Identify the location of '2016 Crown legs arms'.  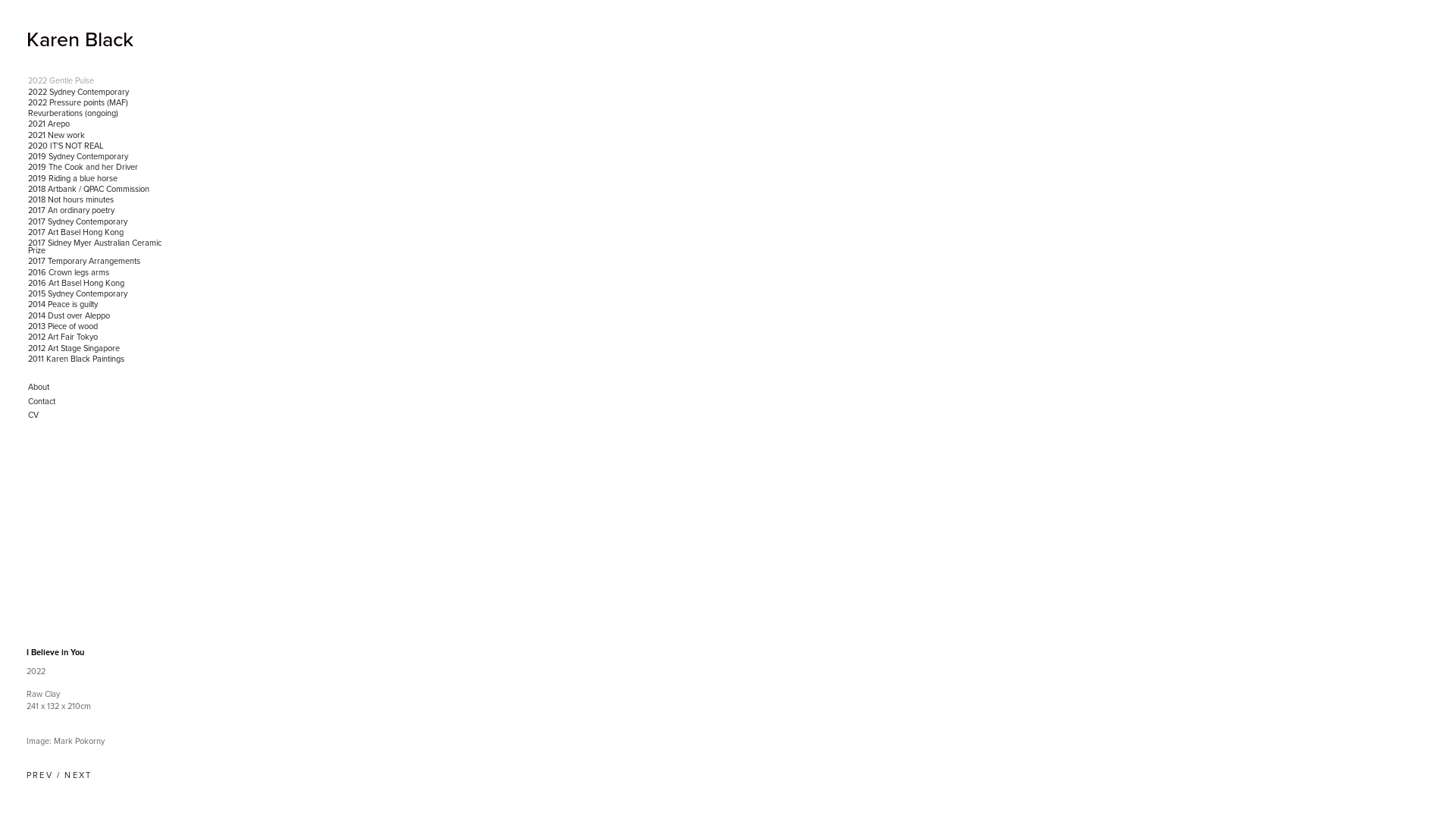
(97, 271).